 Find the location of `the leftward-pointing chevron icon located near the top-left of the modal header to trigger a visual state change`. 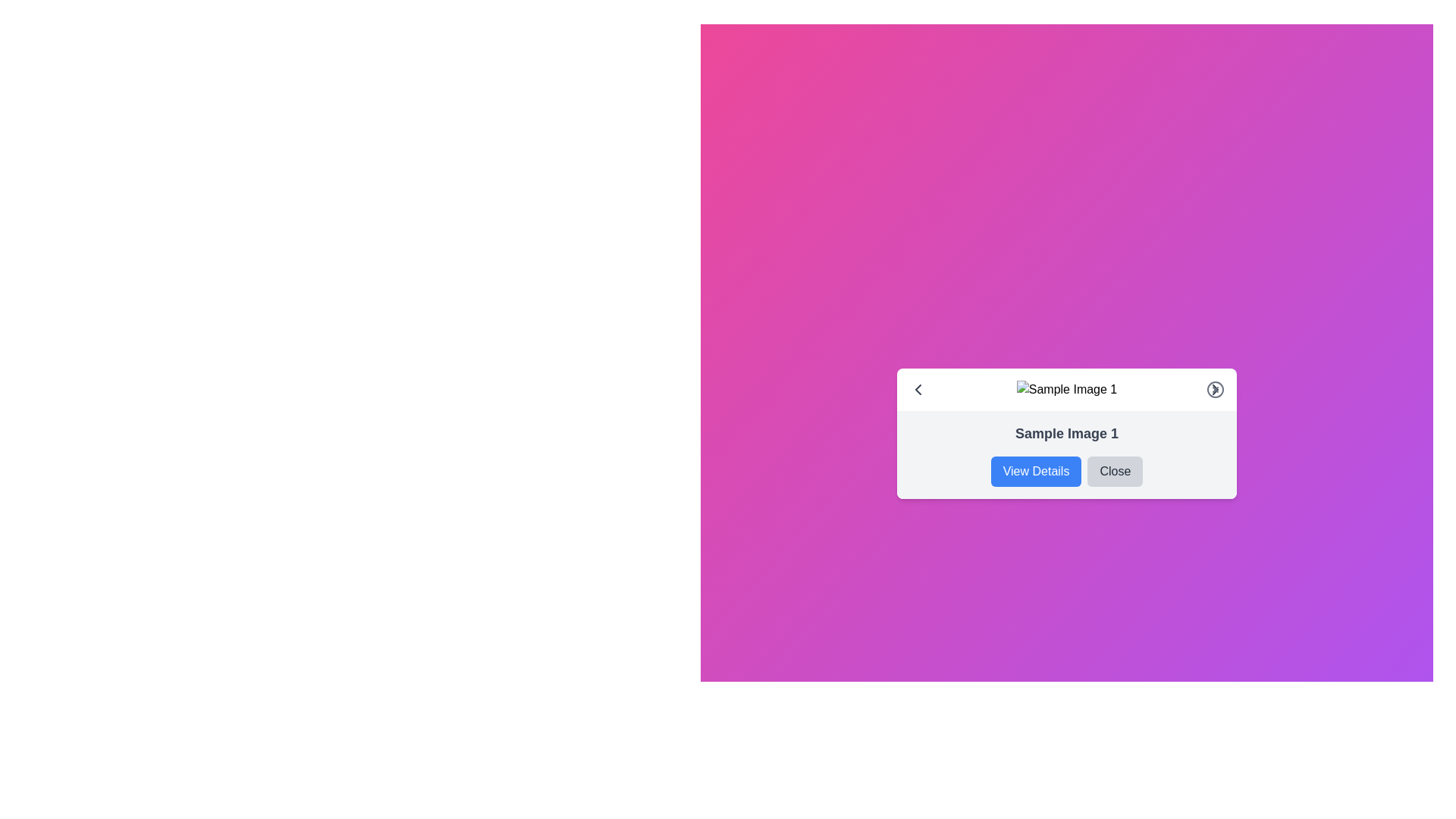

the leftward-pointing chevron icon located near the top-left of the modal header to trigger a visual state change is located at coordinates (917, 388).